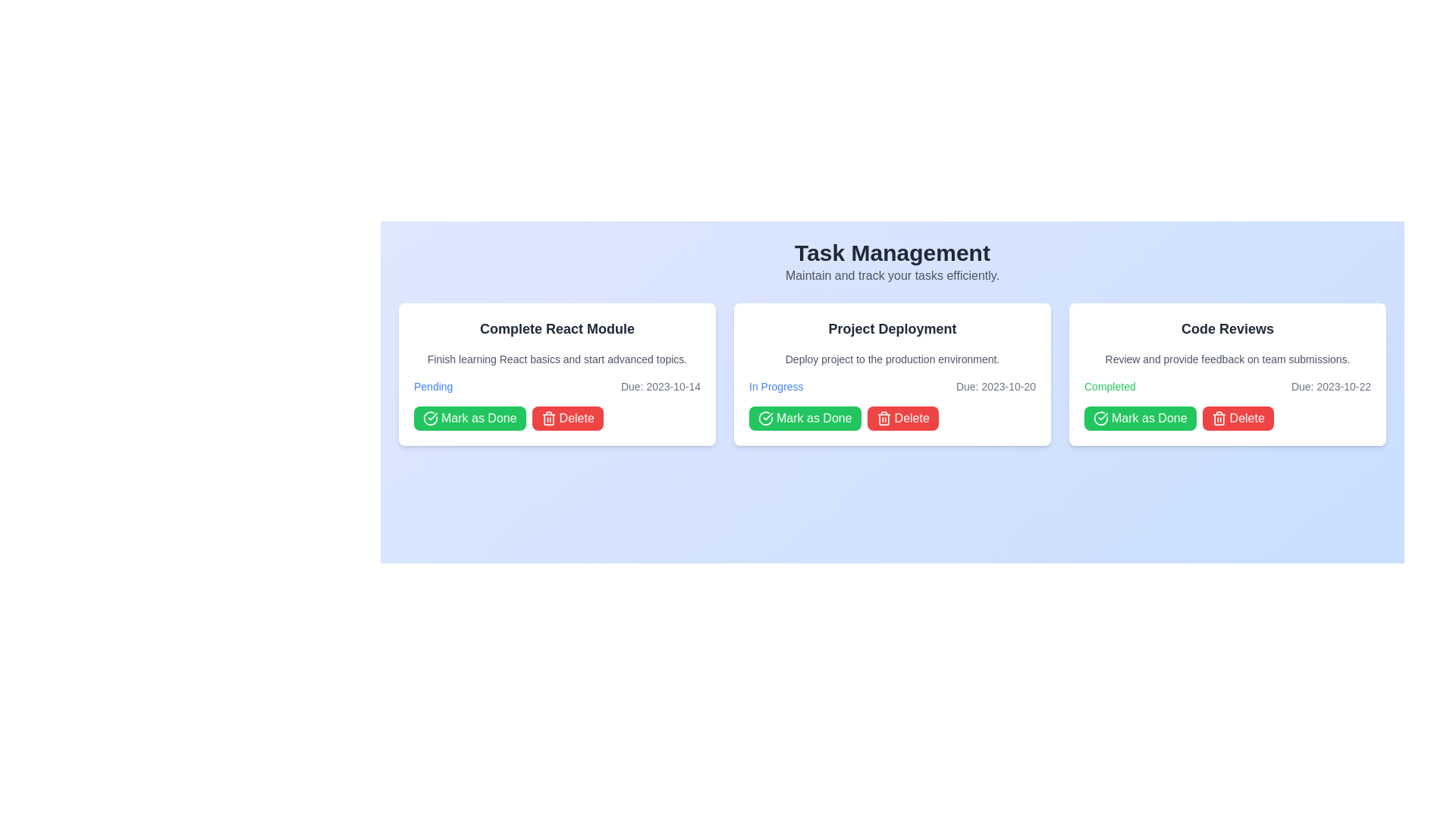  I want to click on the green circular icon with a check mark inside, which is positioned next to the text 'Mark as Done' in the bottom-left area of the card labeled 'Complete React Module', so click(429, 418).